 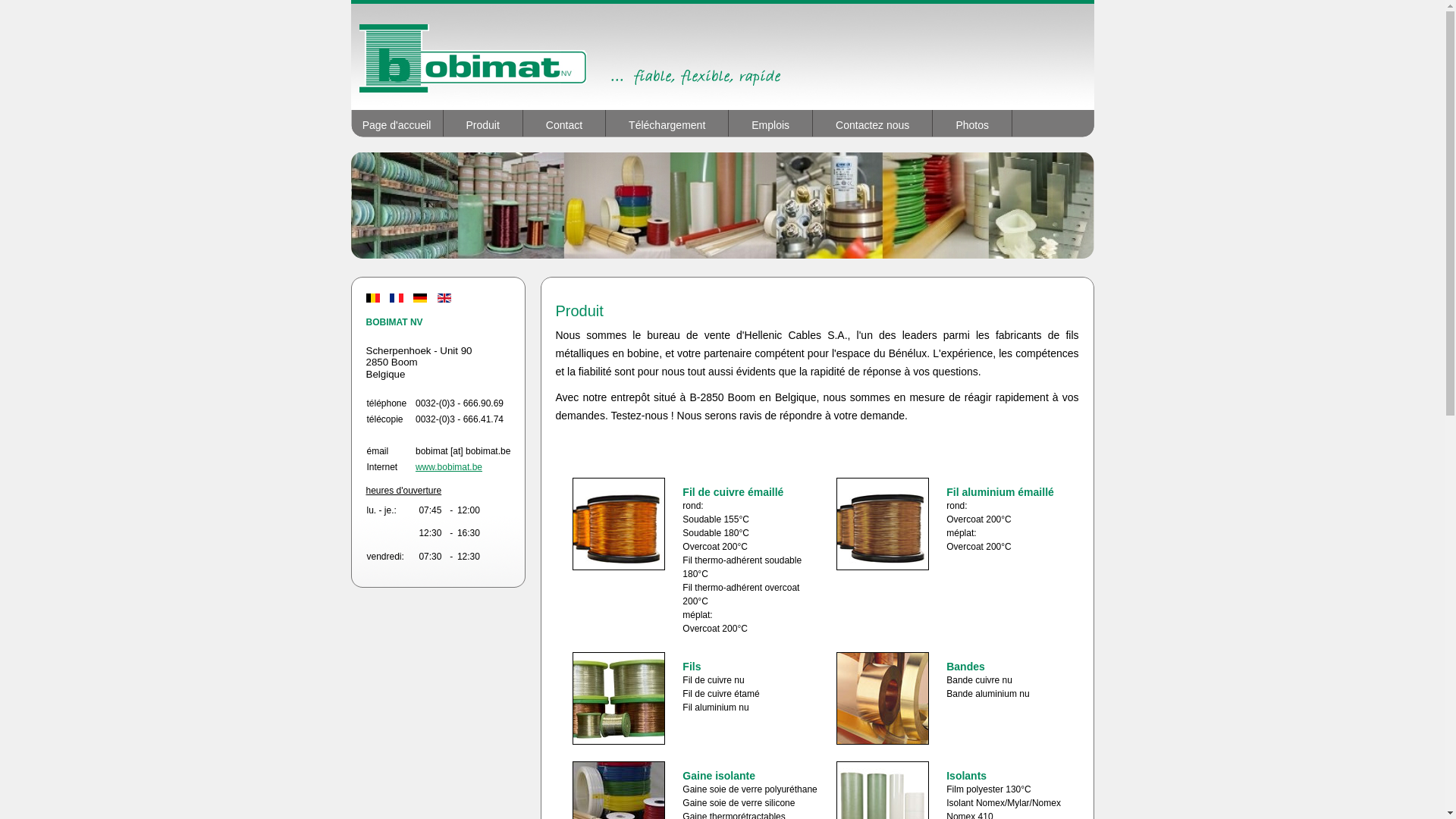 What do you see at coordinates (349, 55) in the screenshot?
I see `'HELCA Metall'` at bounding box center [349, 55].